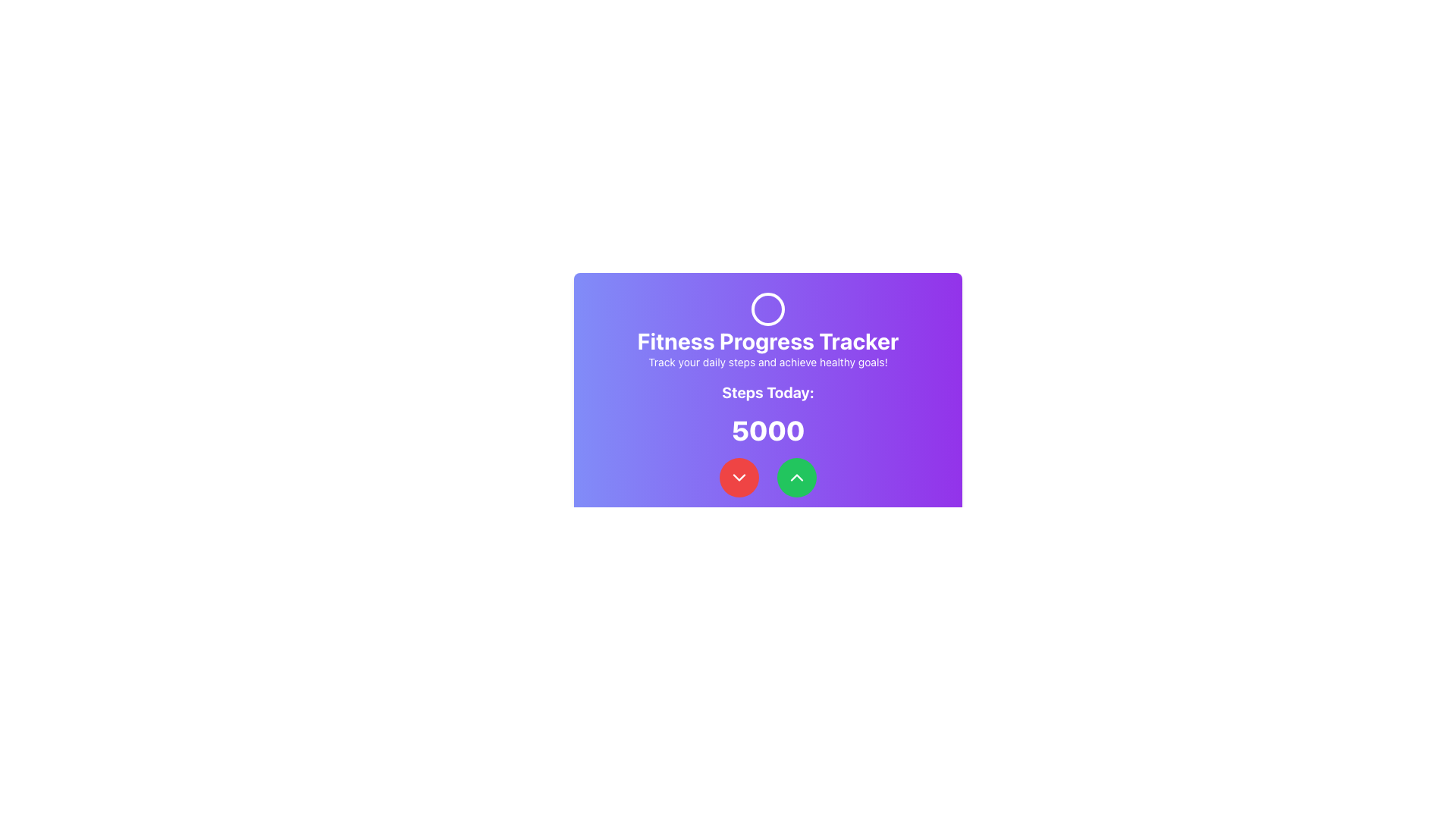 The image size is (1456, 819). Describe the element at coordinates (739, 476) in the screenshot. I see `the down-facing chevron icon contained within the red circular button at the bottom left of the card to observe any hover effects` at that location.